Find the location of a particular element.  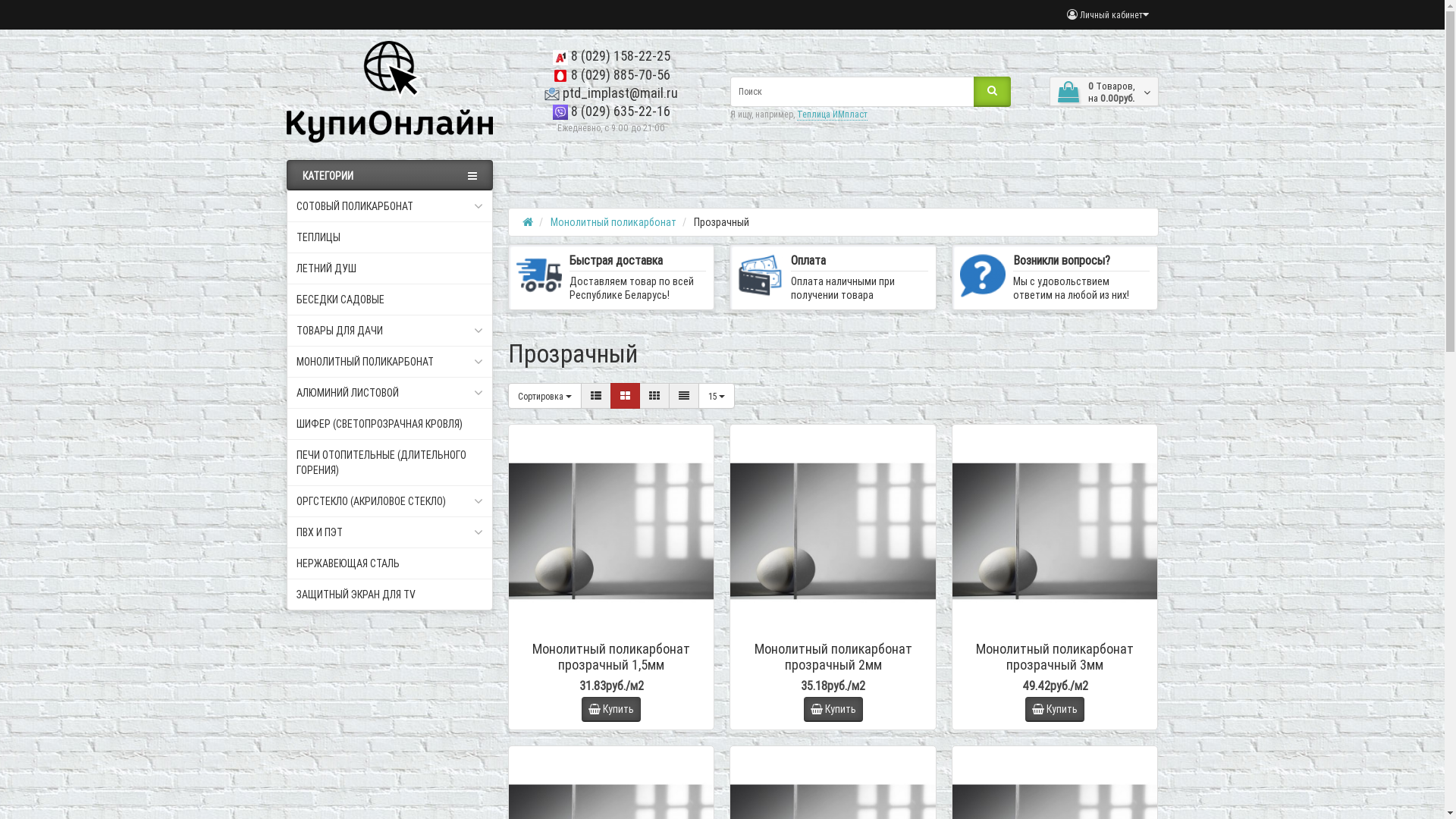

'8 (029) 635-22-16' is located at coordinates (611, 110).